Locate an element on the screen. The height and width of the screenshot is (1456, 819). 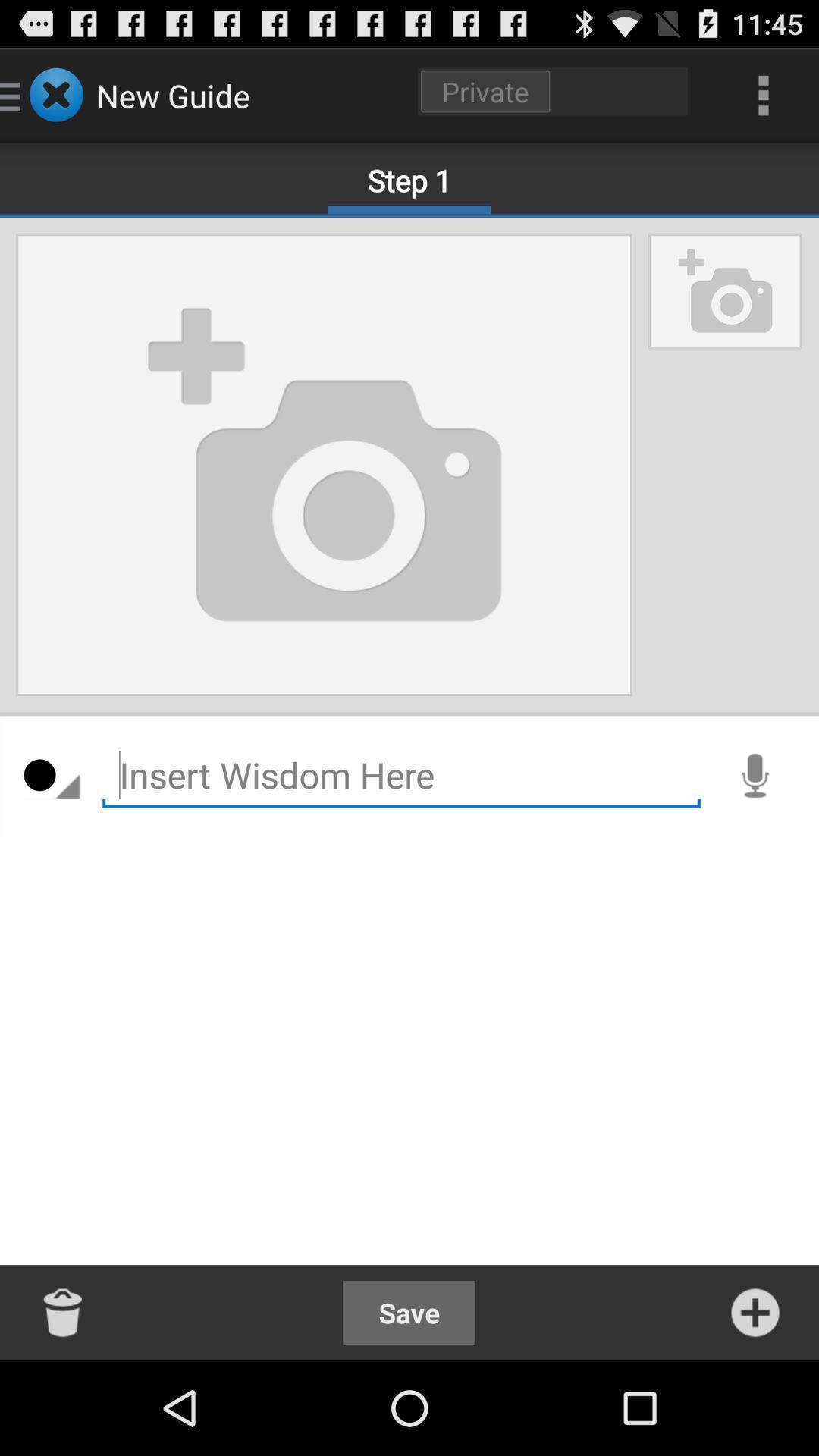
the item on the left is located at coordinates (51, 775).